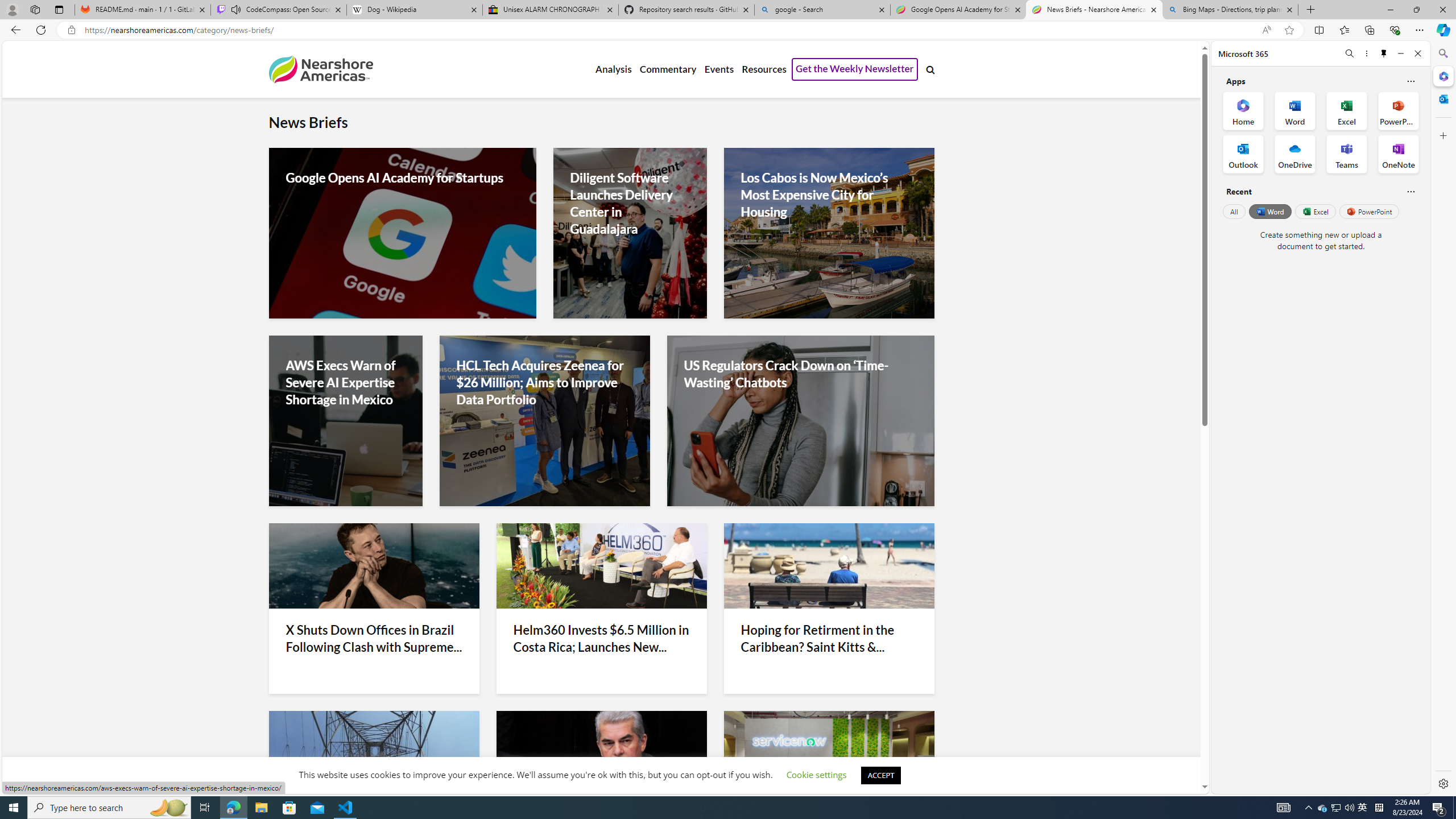 This screenshot has height=819, width=1456. I want to click on 'Commentary', so click(667, 69).